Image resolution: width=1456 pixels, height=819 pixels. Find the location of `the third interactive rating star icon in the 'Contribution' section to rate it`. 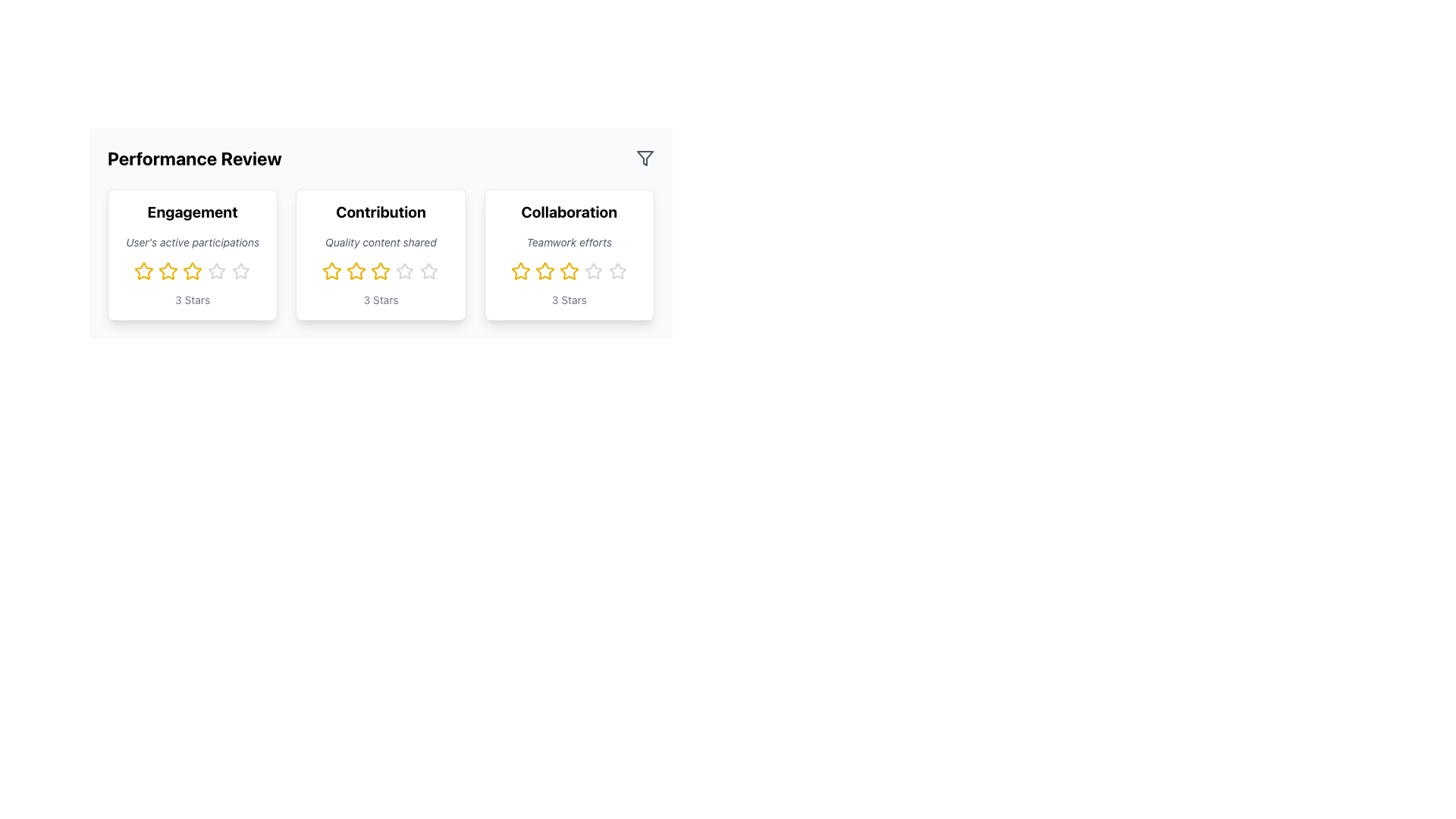

the third interactive rating star icon in the 'Contribution' section to rate it is located at coordinates (381, 271).